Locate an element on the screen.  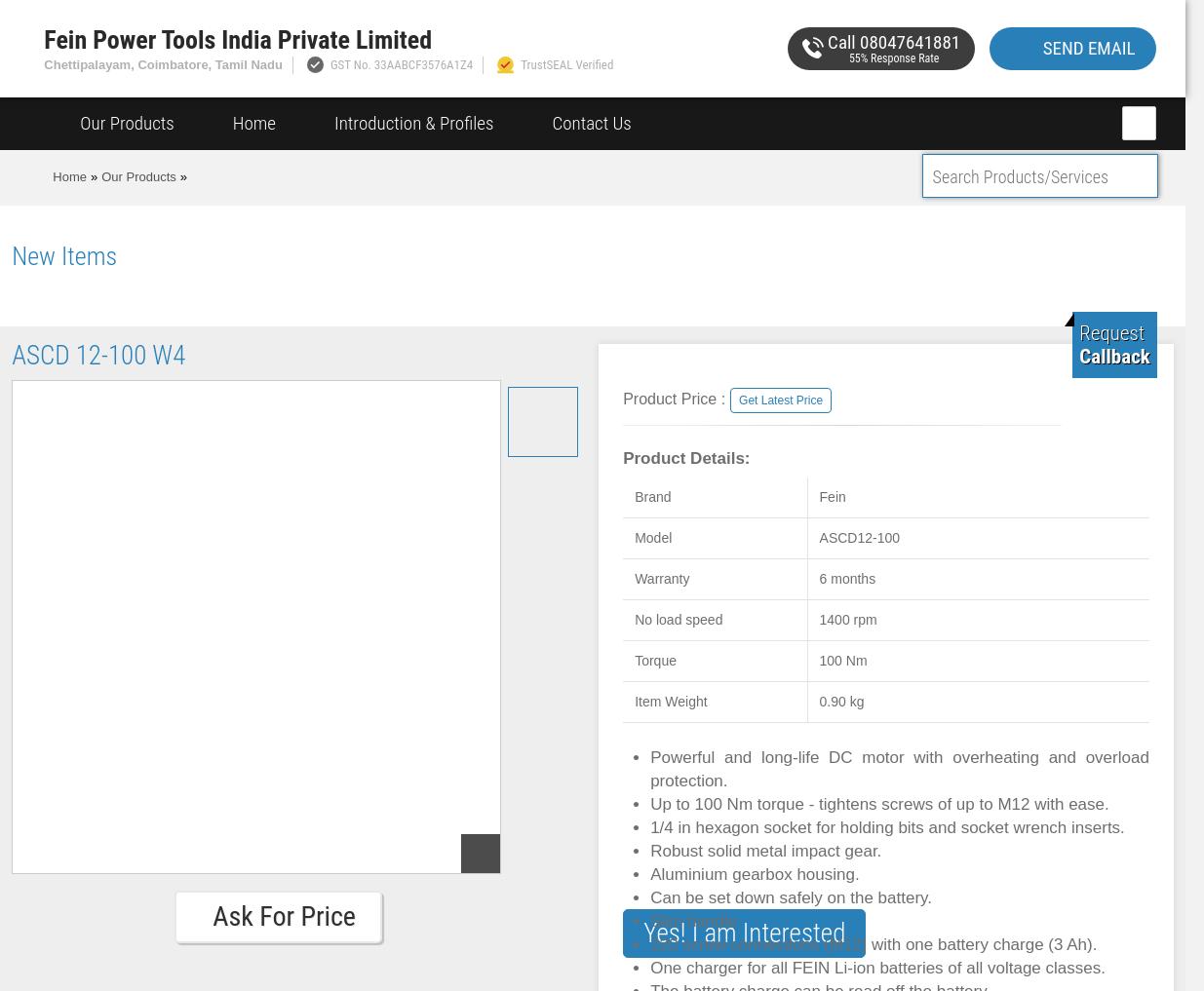
'Robust solid metal impact gear.' is located at coordinates (765, 851).